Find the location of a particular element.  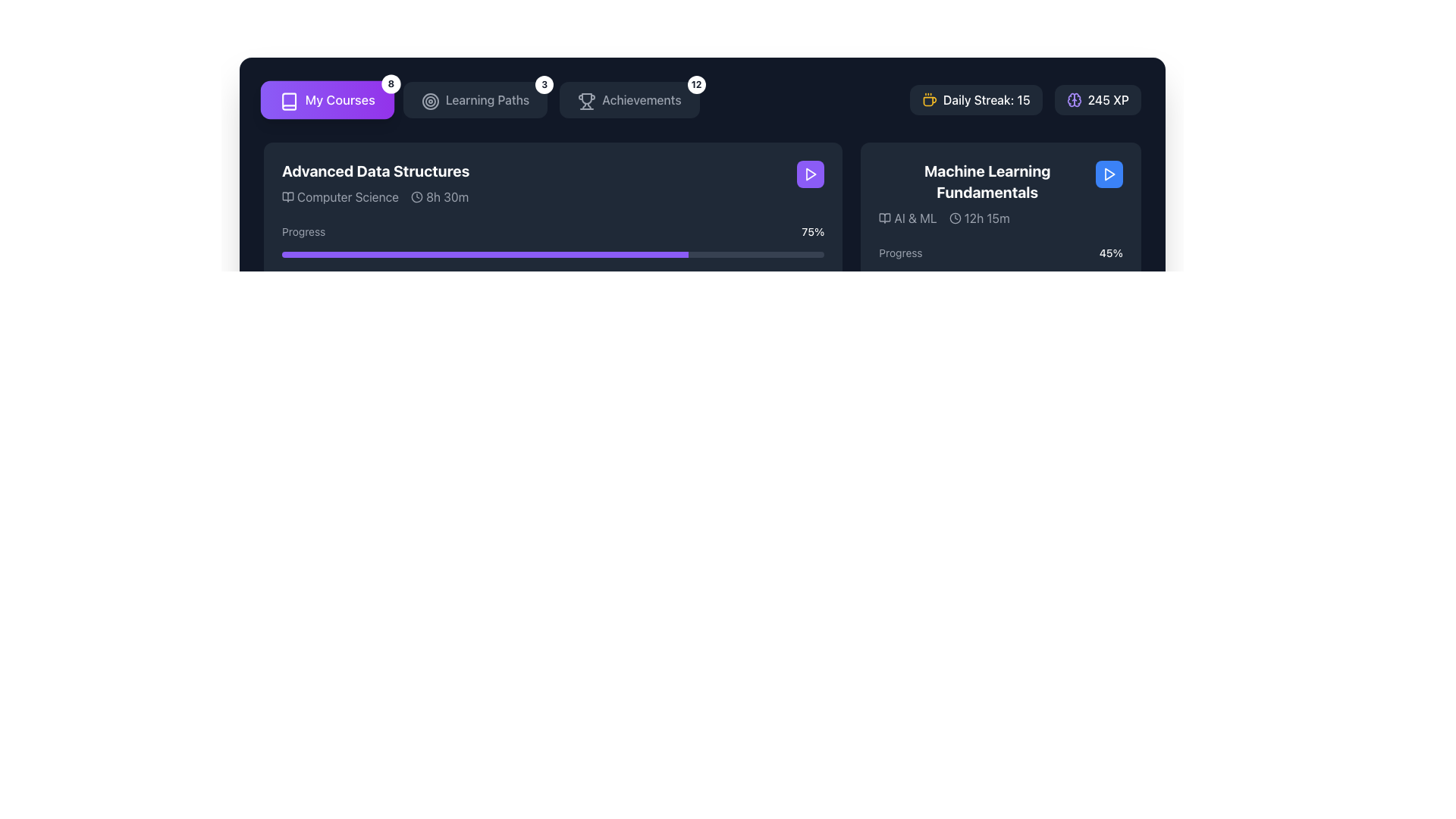

the decorative SVG circle element that represents the 'Learning Paths' feature, which is the middle component of three concentric circles in the top menu bar is located at coordinates (429, 102).